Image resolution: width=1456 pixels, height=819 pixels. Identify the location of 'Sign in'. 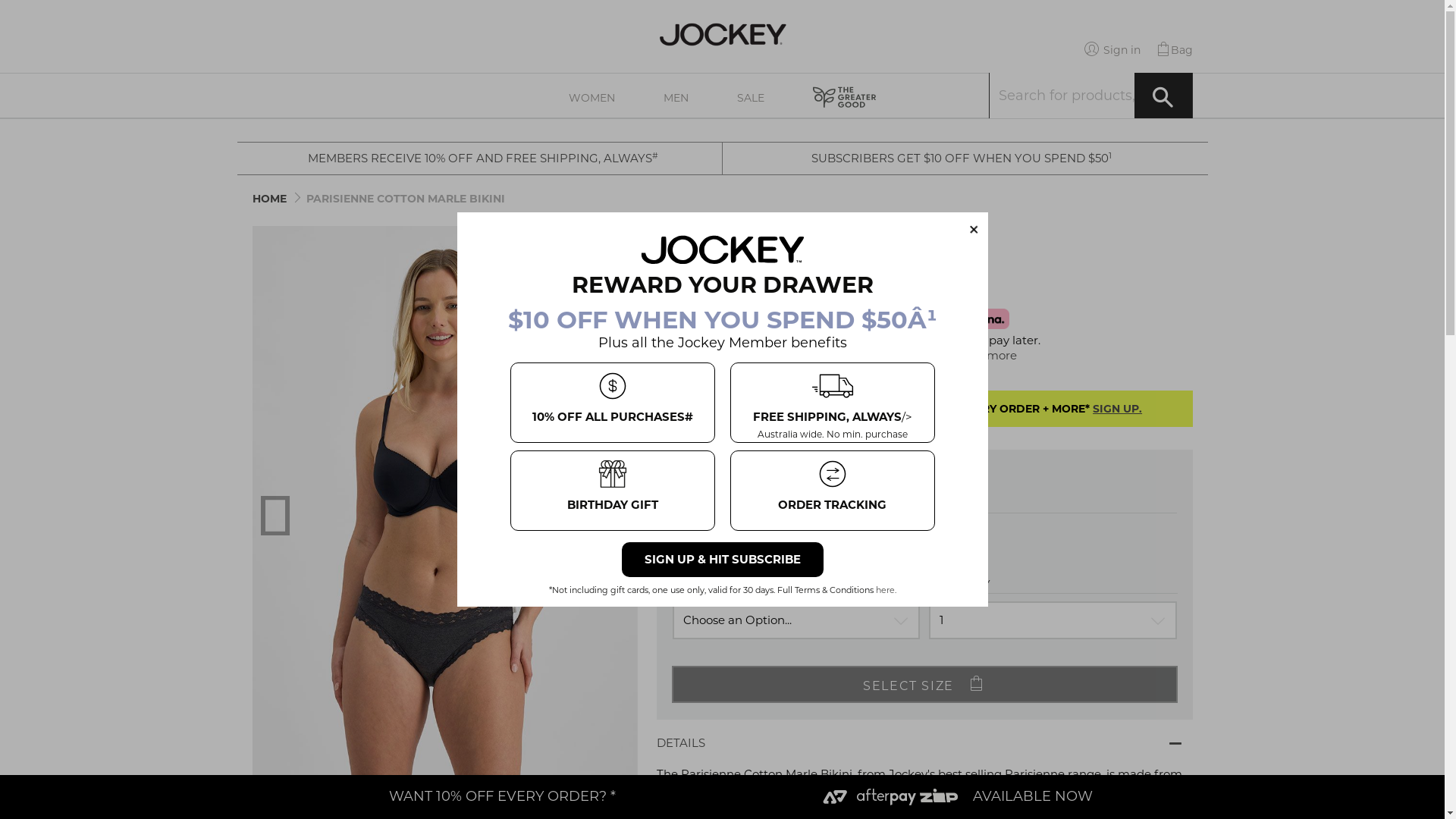
(1112, 49).